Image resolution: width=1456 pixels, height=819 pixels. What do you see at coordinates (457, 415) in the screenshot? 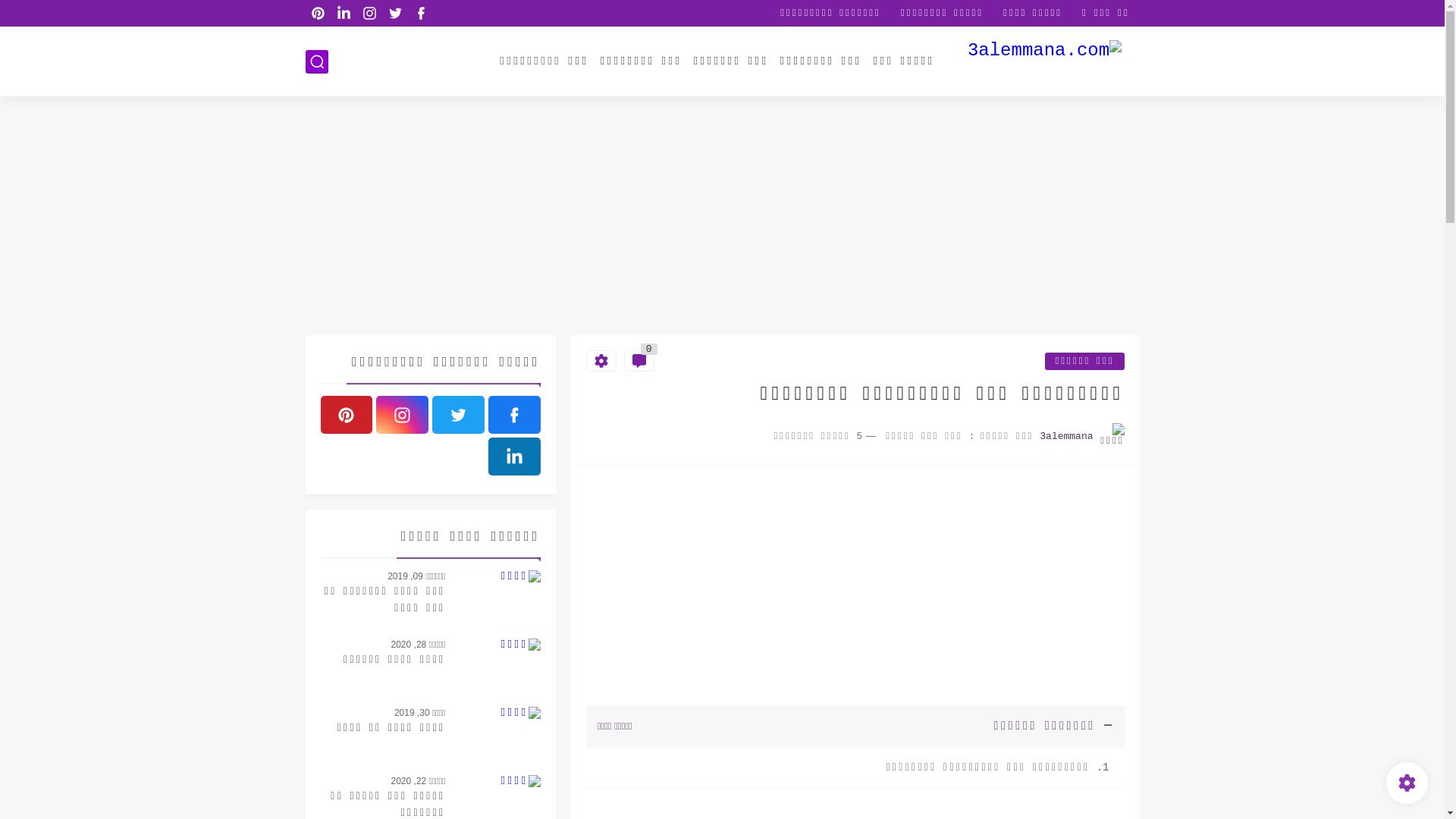
I see `'twitter'` at bounding box center [457, 415].